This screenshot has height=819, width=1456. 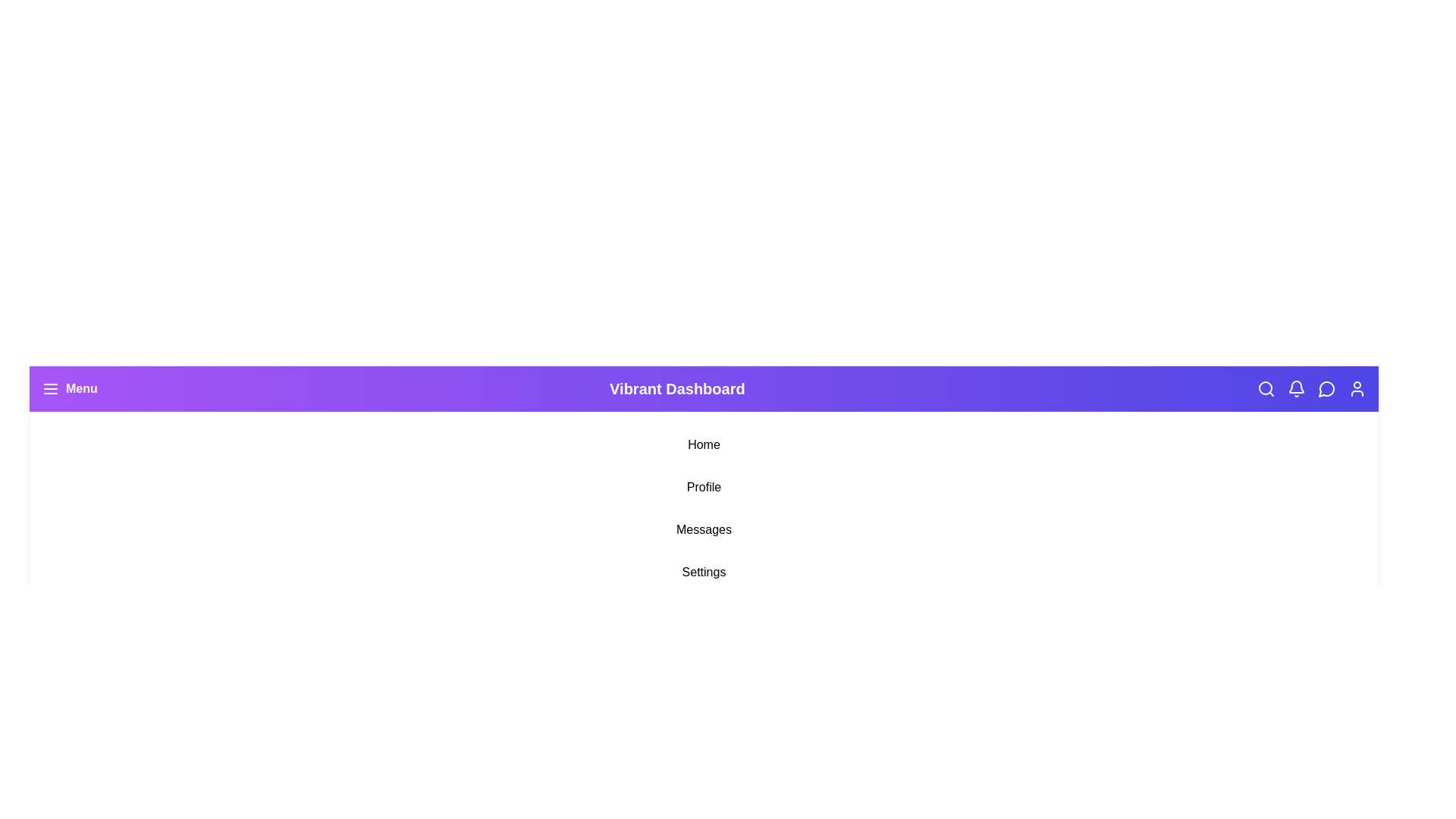 I want to click on the Messages icon in the navigation bar, so click(x=1326, y=388).